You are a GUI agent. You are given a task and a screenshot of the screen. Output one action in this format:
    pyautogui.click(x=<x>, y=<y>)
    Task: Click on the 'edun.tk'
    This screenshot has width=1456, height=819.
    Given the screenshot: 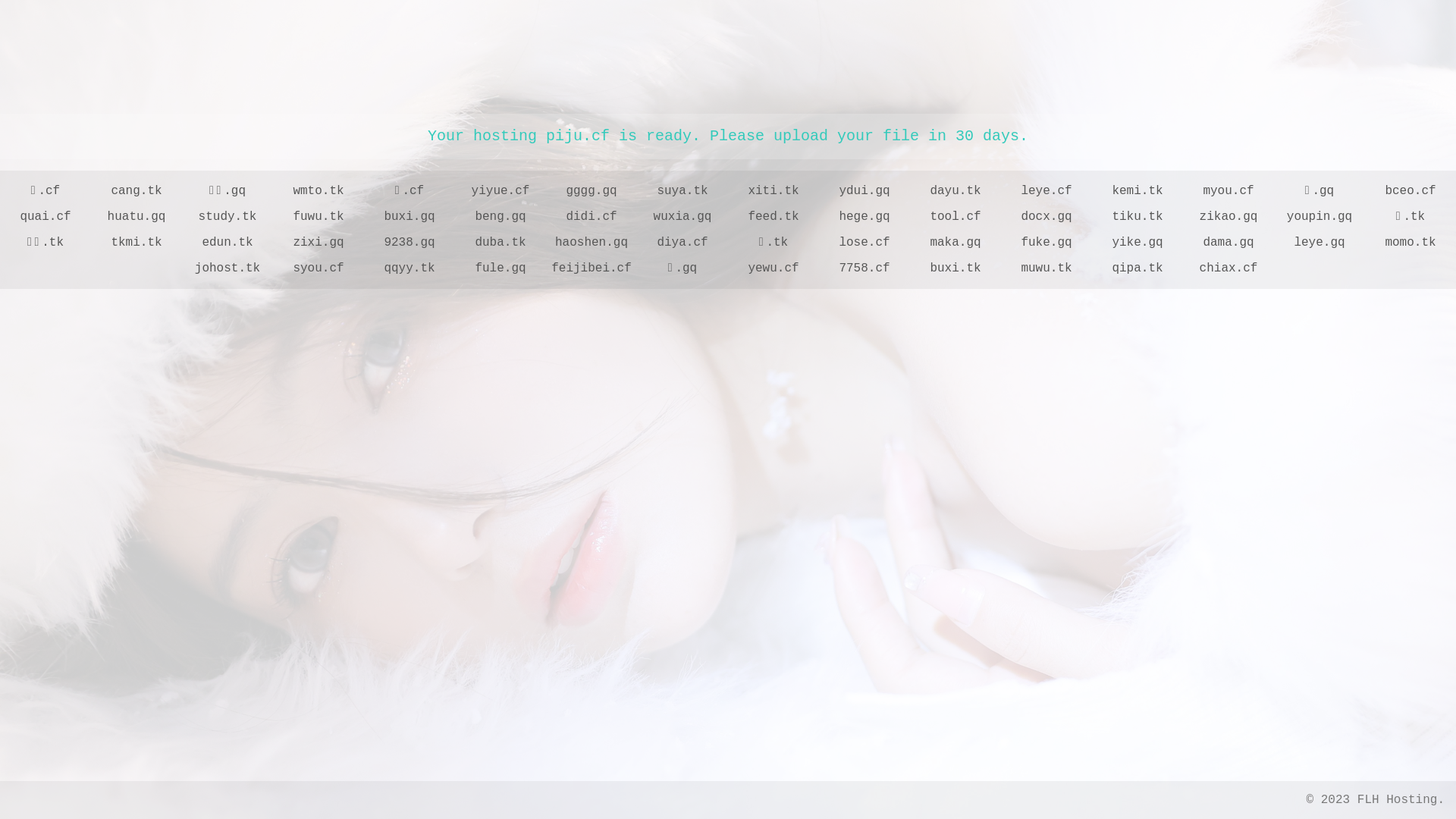 What is the action you would take?
    pyautogui.click(x=226, y=242)
    